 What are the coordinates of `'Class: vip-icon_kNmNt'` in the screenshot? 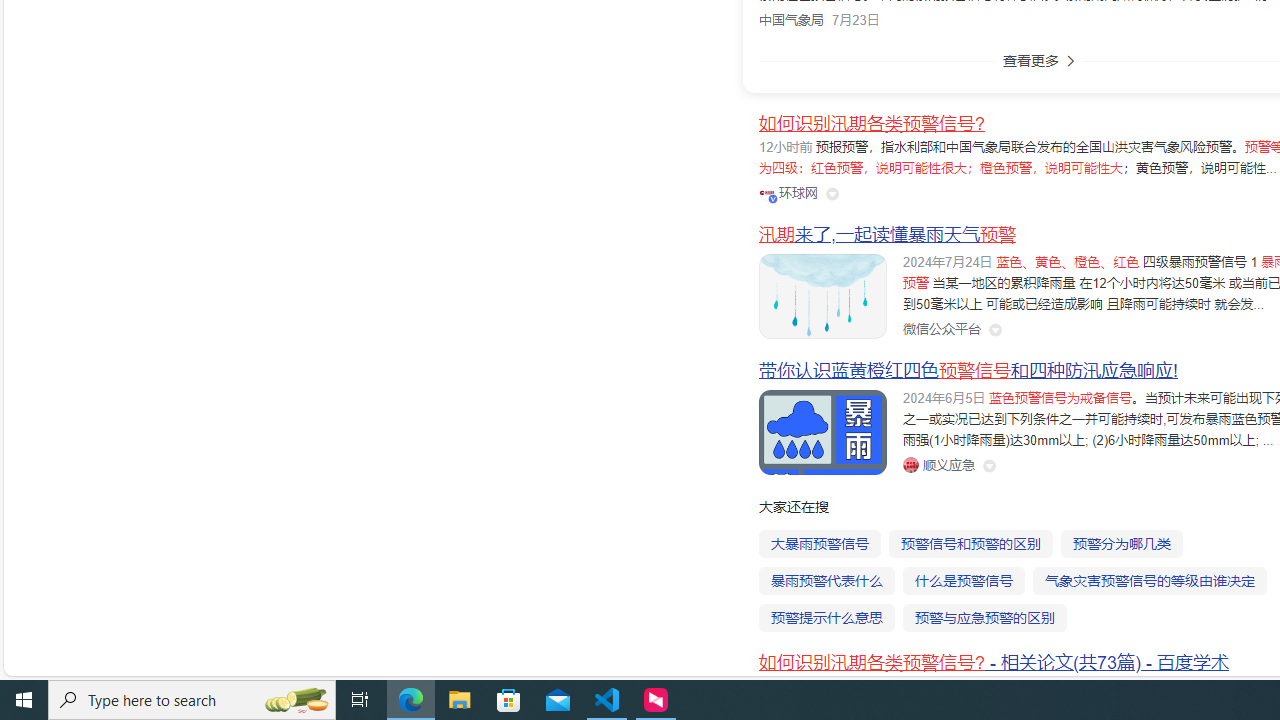 It's located at (772, 198).